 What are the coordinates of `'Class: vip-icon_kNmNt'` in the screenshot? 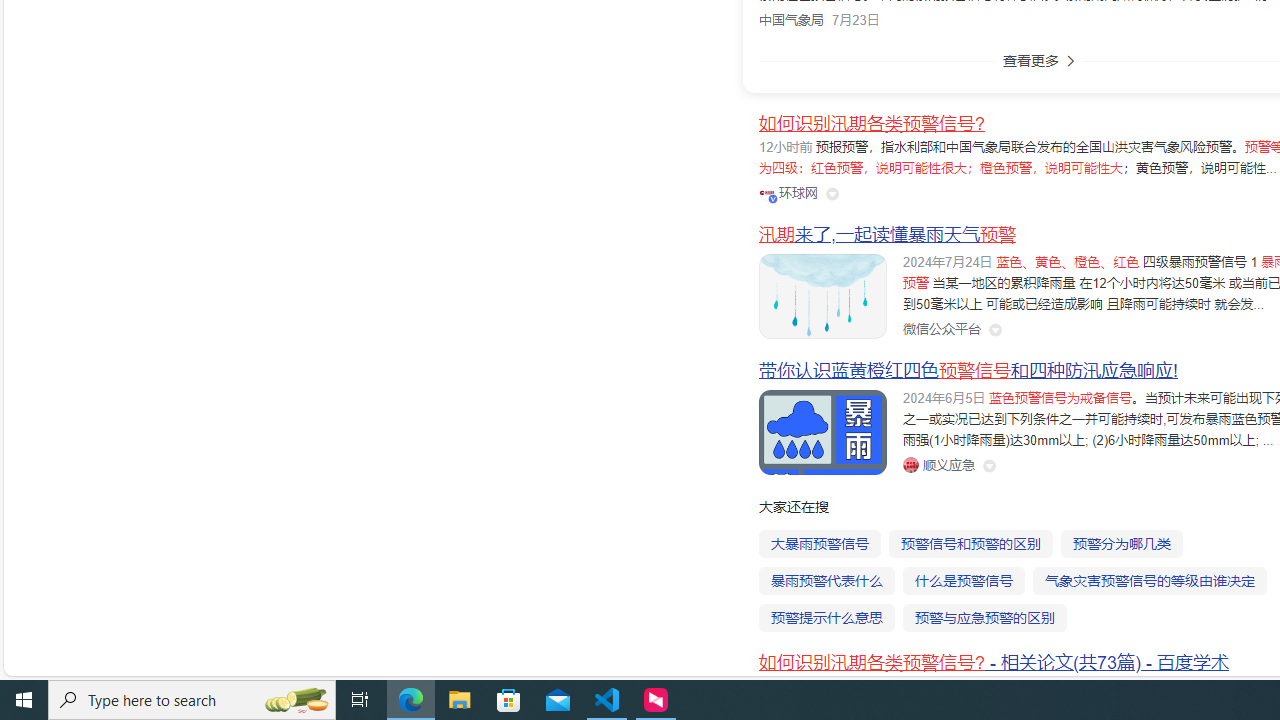 It's located at (772, 198).